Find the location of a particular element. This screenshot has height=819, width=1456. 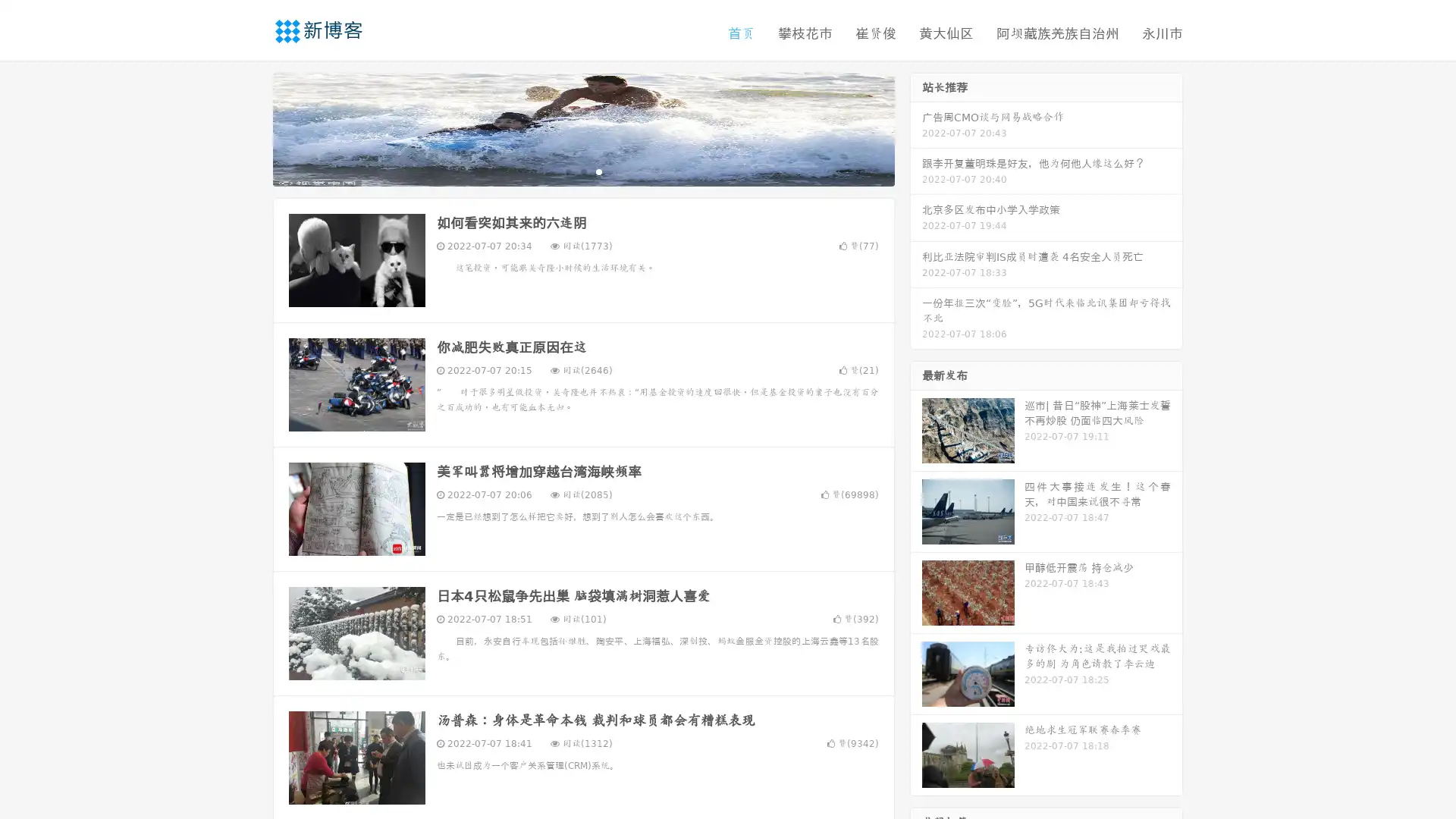

Go to slide 1 is located at coordinates (567, 171).